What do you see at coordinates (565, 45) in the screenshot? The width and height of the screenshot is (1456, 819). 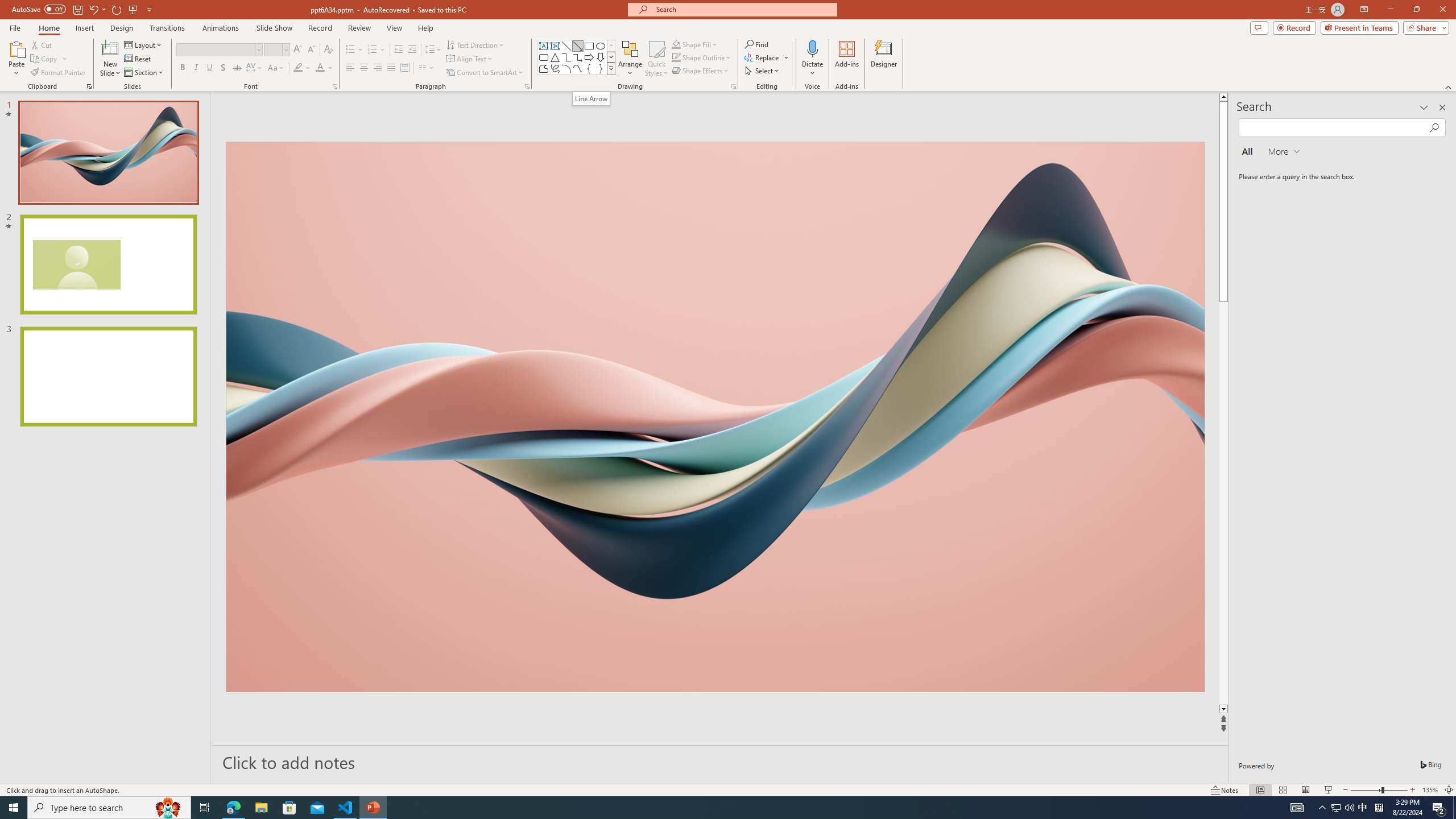 I see `'Line'` at bounding box center [565, 45].